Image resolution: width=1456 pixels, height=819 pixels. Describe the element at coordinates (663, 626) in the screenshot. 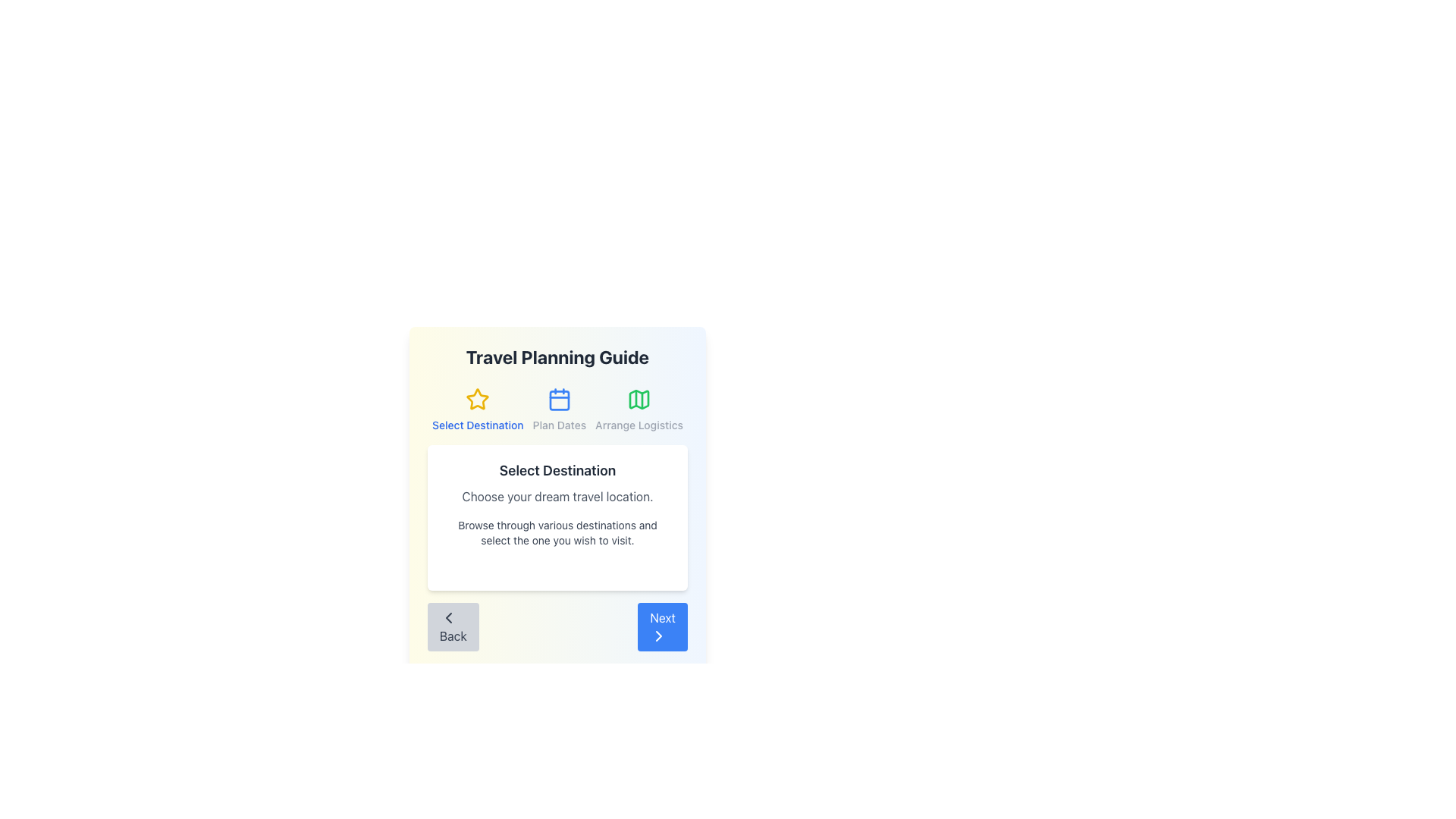

I see `the 'Next' button, which is a rectangular button with rounded corners, blue background, and white text, located at the bottom right corner of the navigation section` at that location.